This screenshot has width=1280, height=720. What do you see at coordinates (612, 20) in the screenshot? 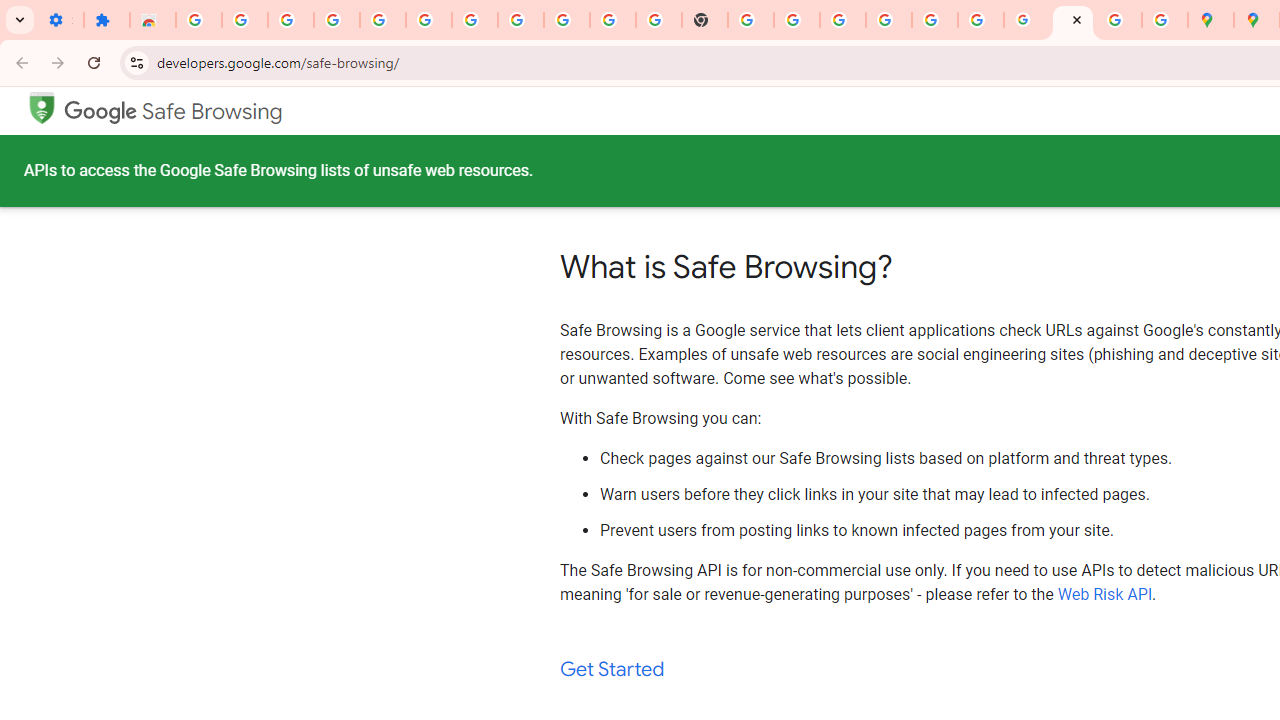
I see `'YouTube'` at bounding box center [612, 20].